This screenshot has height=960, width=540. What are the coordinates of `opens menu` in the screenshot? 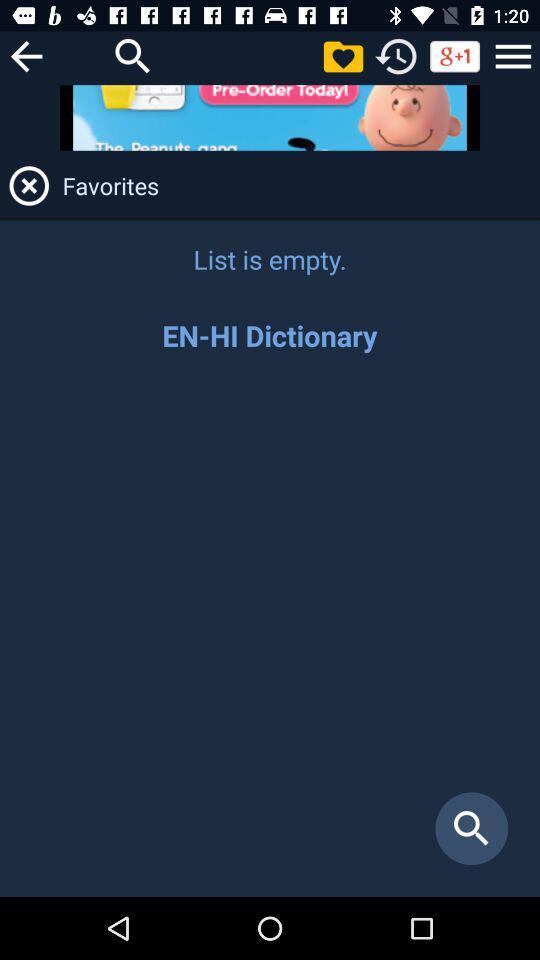 It's located at (513, 55).